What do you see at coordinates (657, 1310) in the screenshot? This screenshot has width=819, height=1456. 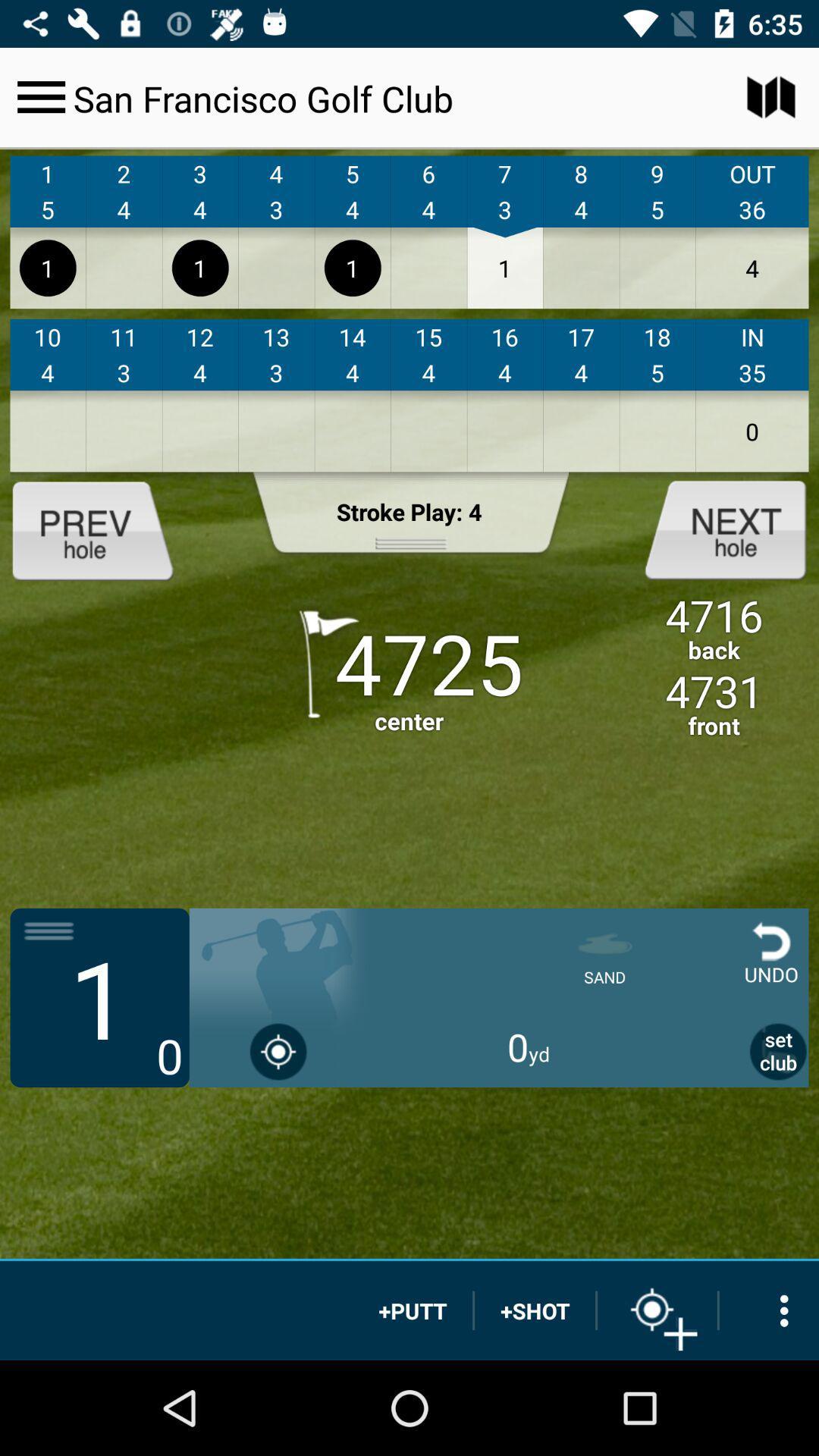 I see `the location_crosshair icon` at bounding box center [657, 1310].